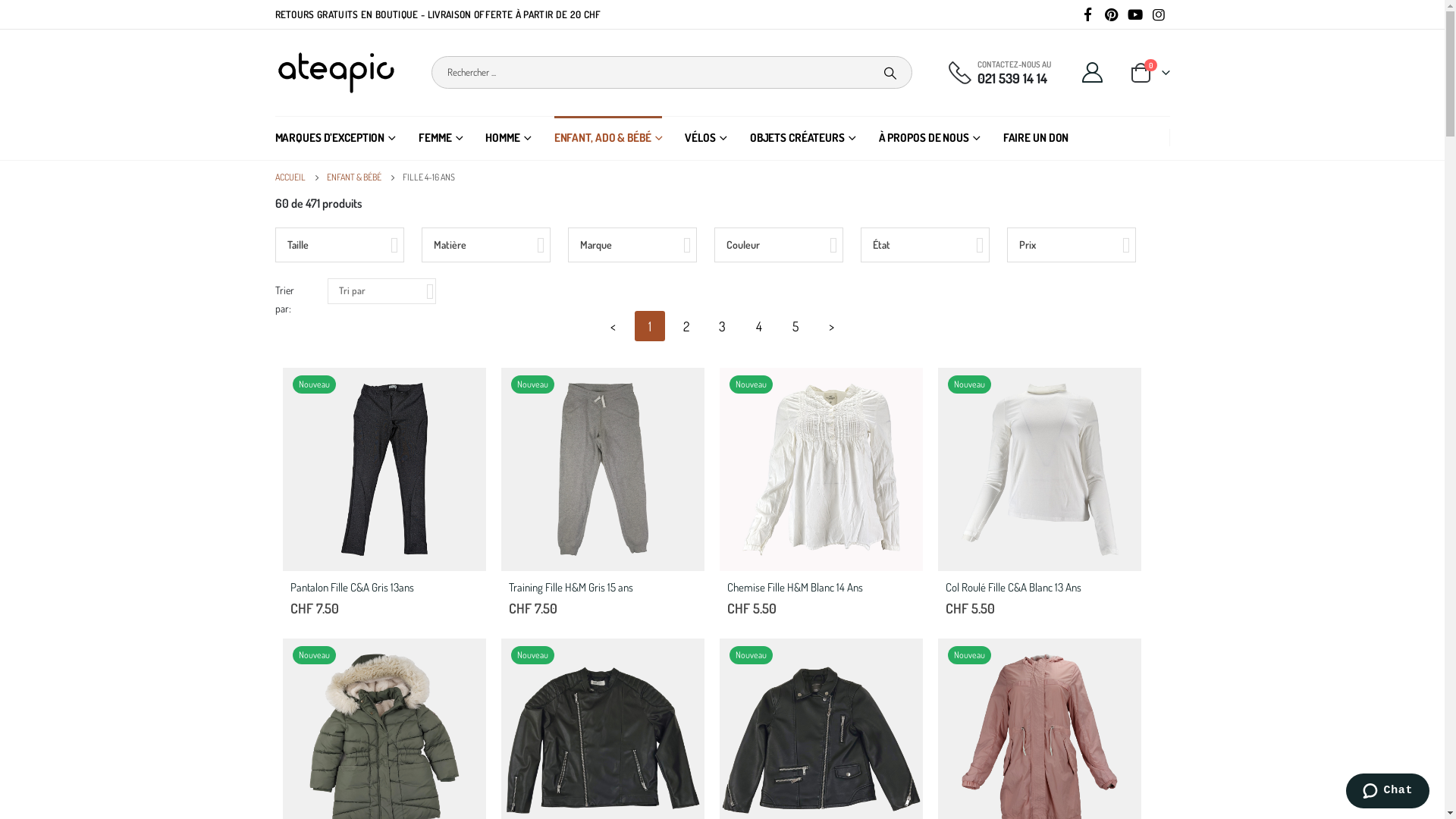 The width and height of the screenshot is (1456, 819). Describe the element at coordinates (337, 244) in the screenshot. I see `'Taille'` at that location.